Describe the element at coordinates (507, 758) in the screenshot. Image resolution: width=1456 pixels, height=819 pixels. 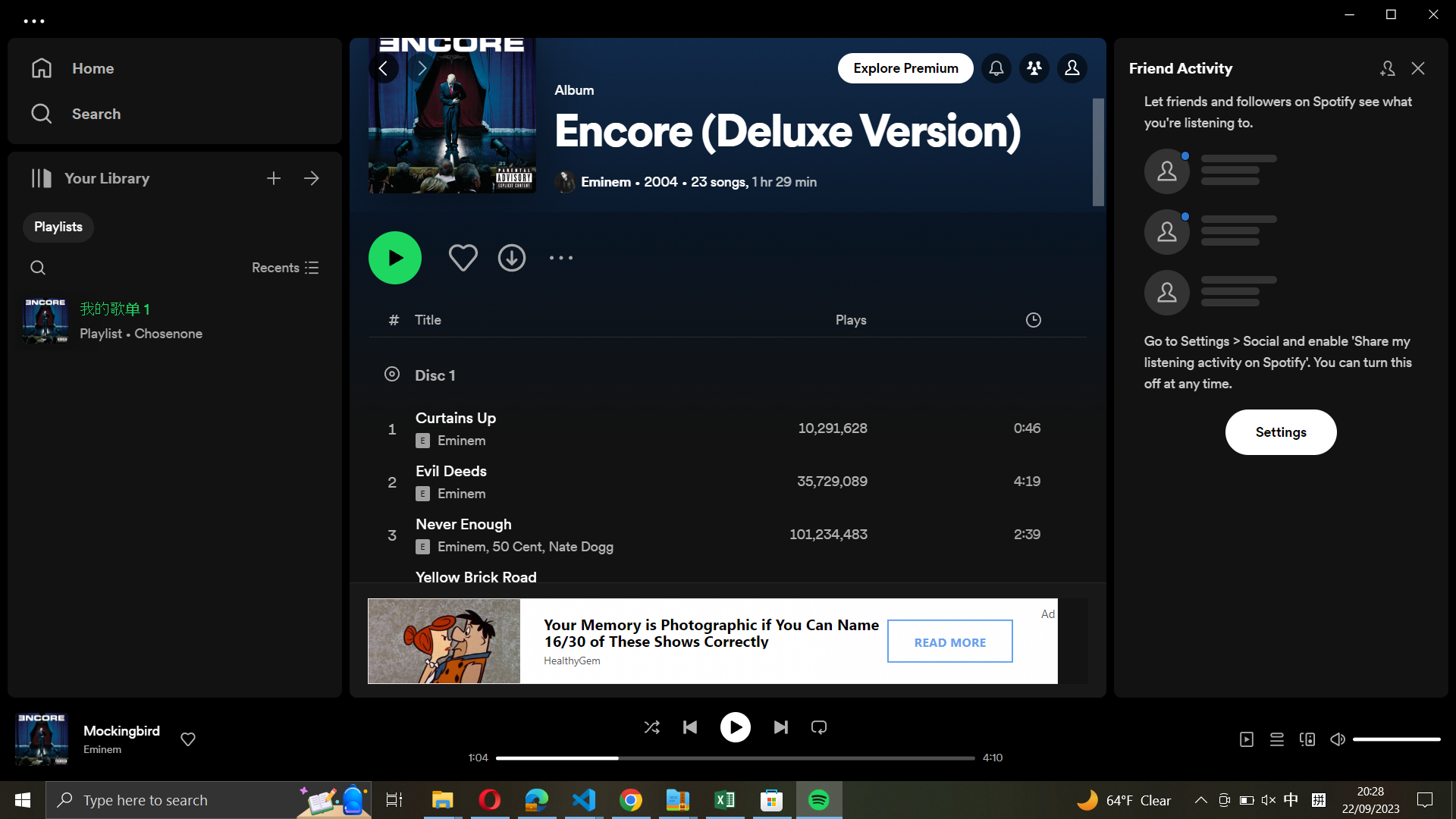
I see `the starting point of the currently playing track` at that location.